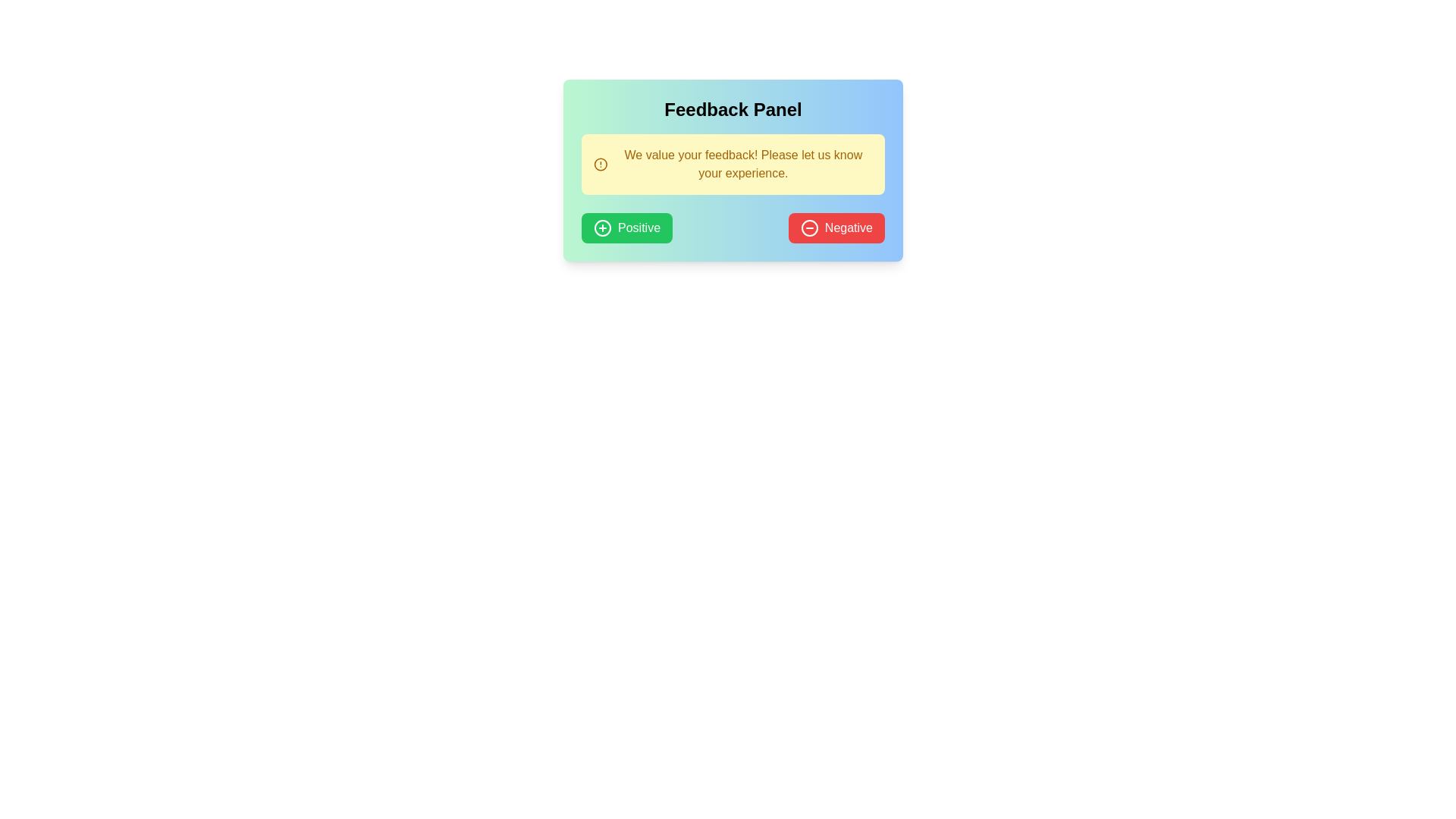 This screenshot has width=1456, height=819. Describe the element at coordinates (733, 109) in the screenshot. I see `the heading text label for the feedback section, which is centrally aligned above the yellow feedback instructions box and the Positive and Negative buttons` at that location.